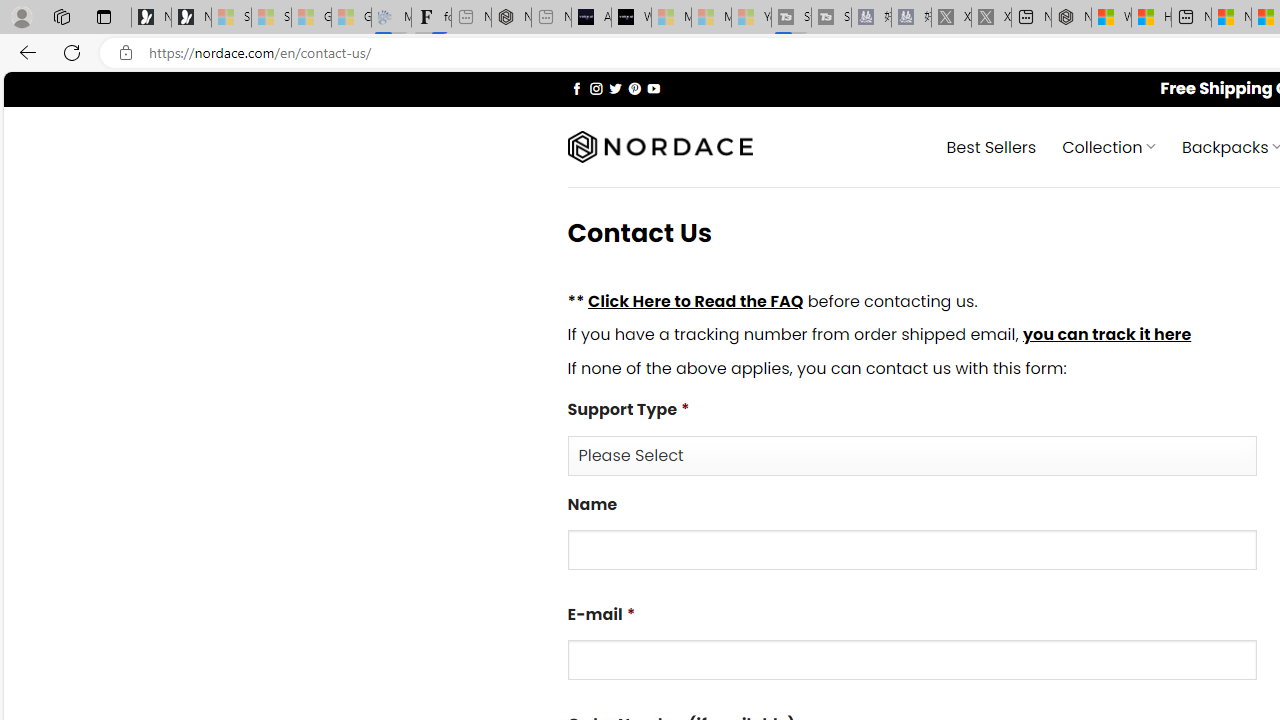  What do you see at coordinates (991, 17) in the screenshot?
I see `'X - Sleeping'` at bounding box center [991, 17].